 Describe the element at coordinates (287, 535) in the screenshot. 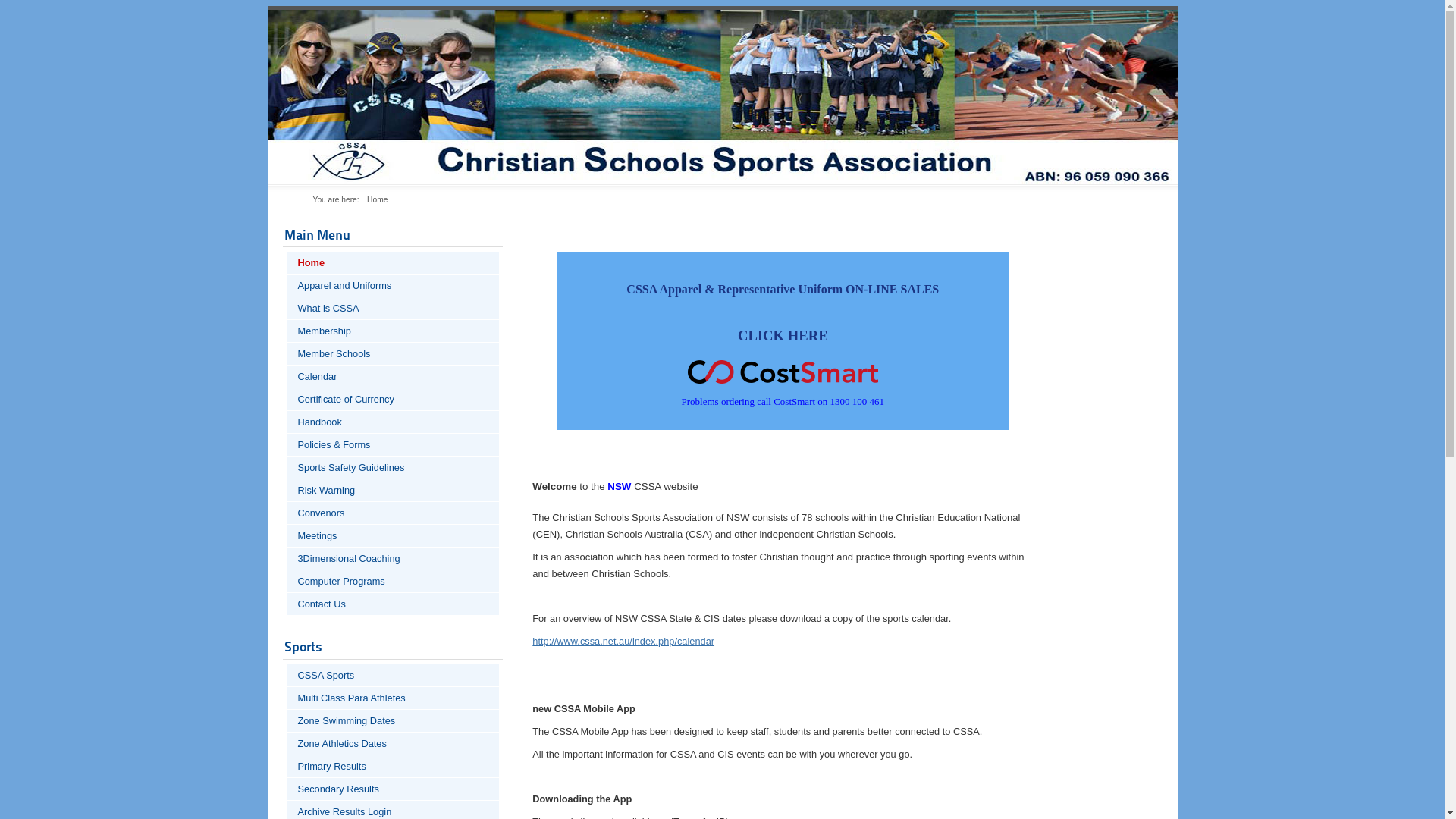

I see `'Meetings'` at that location.